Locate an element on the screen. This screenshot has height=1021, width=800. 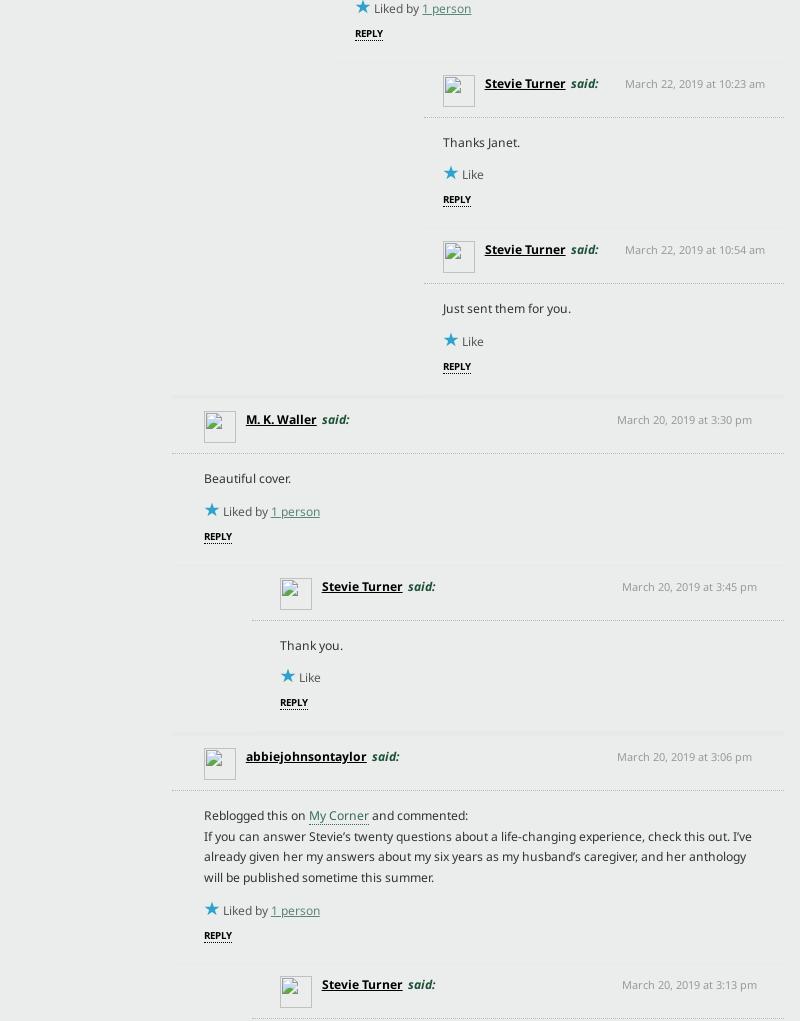
'March 20, 2019 at 3:45 pm' is located at coordinates (688, 584).